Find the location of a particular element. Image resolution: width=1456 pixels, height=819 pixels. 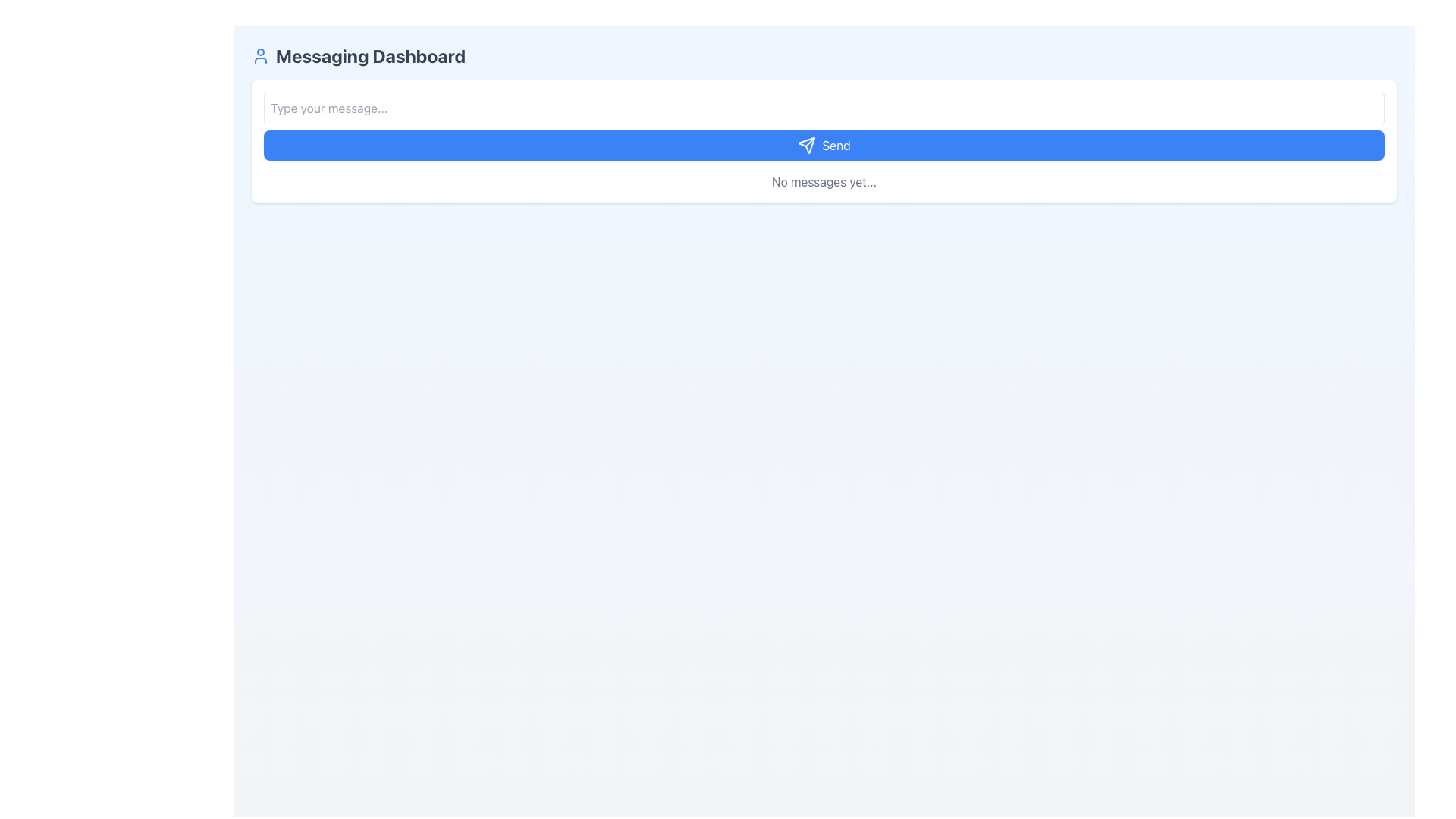

the Static Text Label that displays 'No messages yet...' which is positioned below the blue 'Send' button is located at coordinates (823, 180).